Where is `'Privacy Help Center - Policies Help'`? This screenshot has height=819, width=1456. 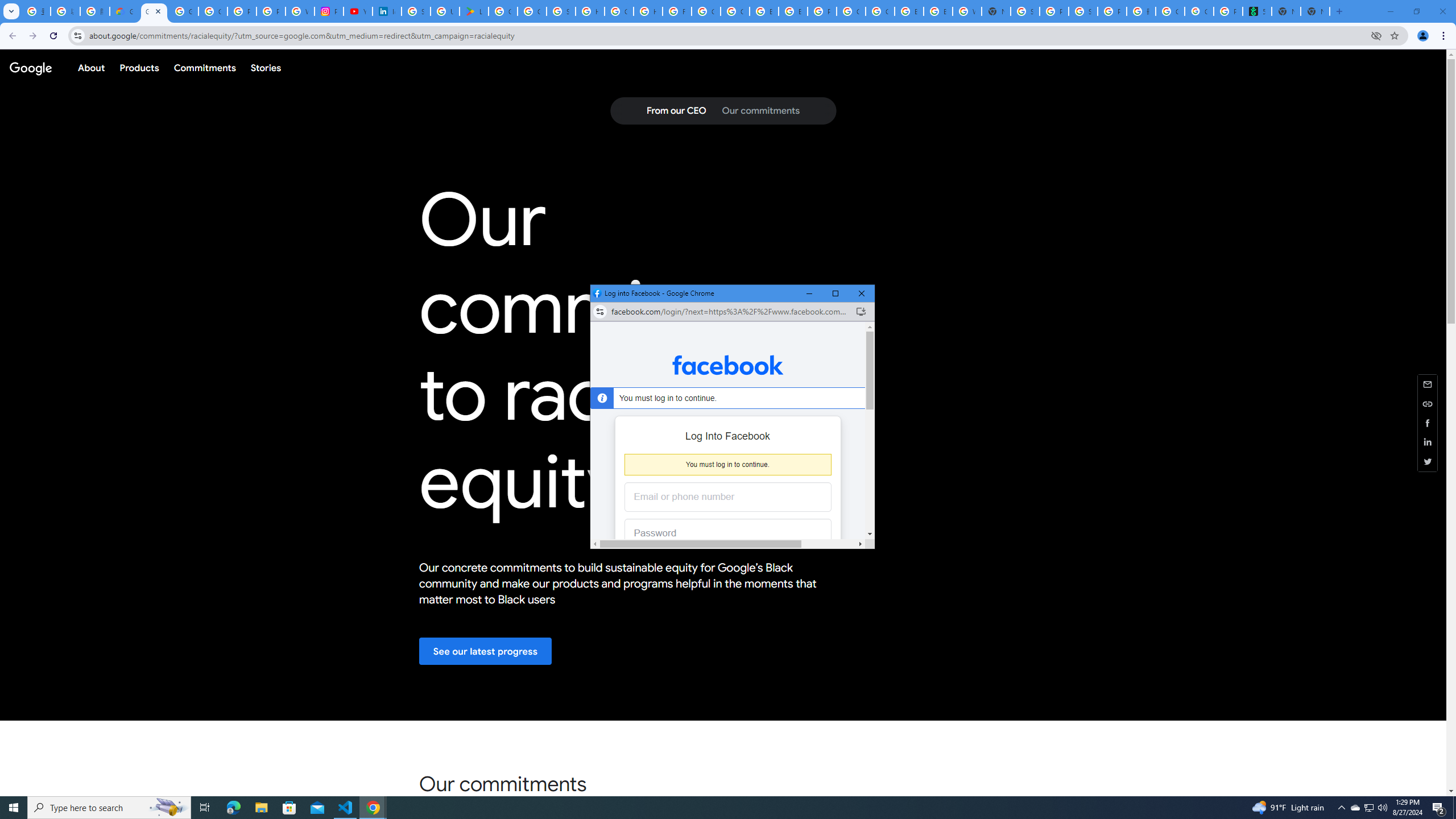
'Privacy Help Center - Policies Help' is located at coordinates (271, 11).